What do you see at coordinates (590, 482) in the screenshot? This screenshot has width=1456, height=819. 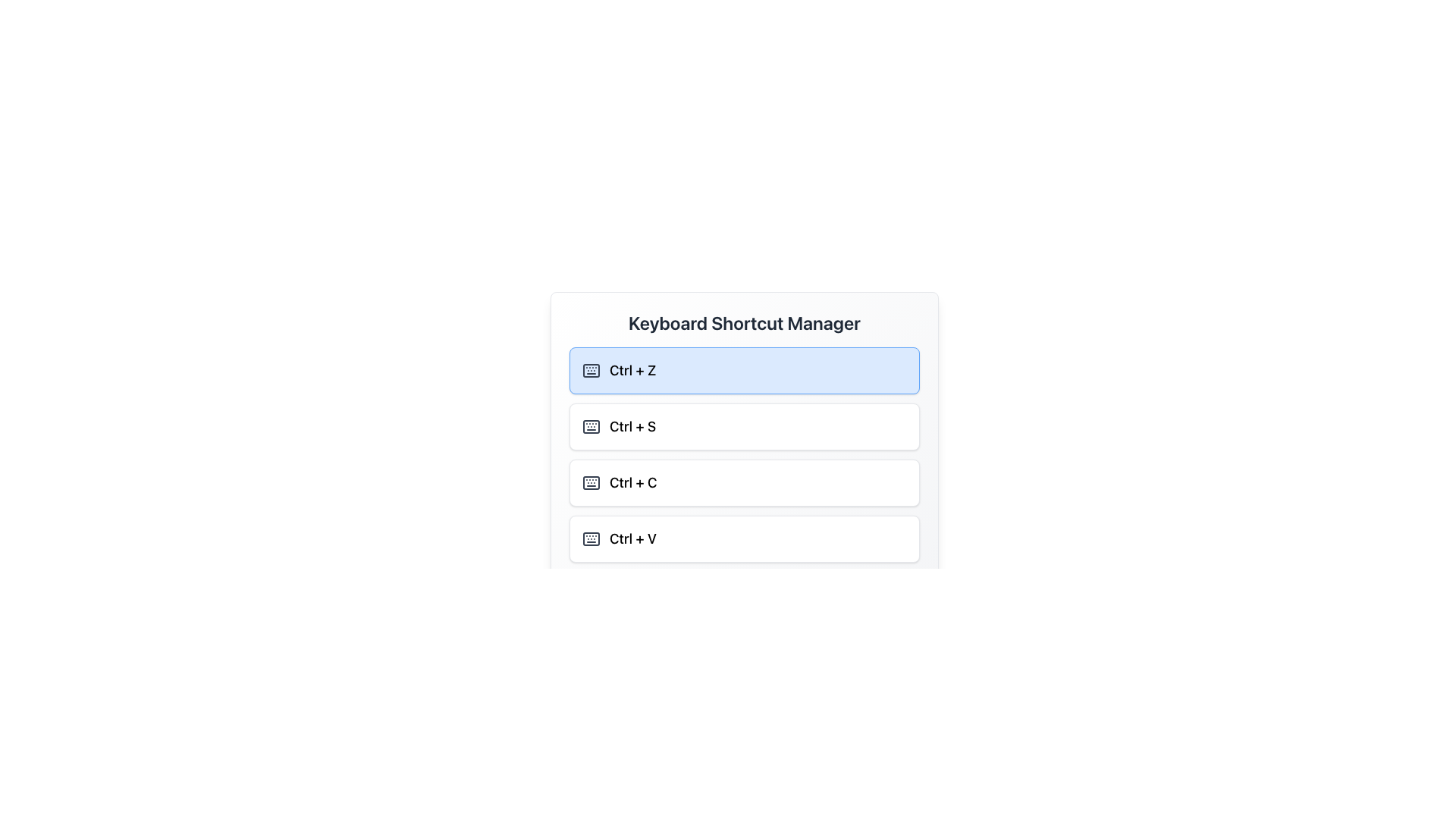 I see `the main rectangular body of the keyboard icon, which is styled in a neutral color scheme and centrally positioned among other graphical elements` at bounding box center [590, 482].